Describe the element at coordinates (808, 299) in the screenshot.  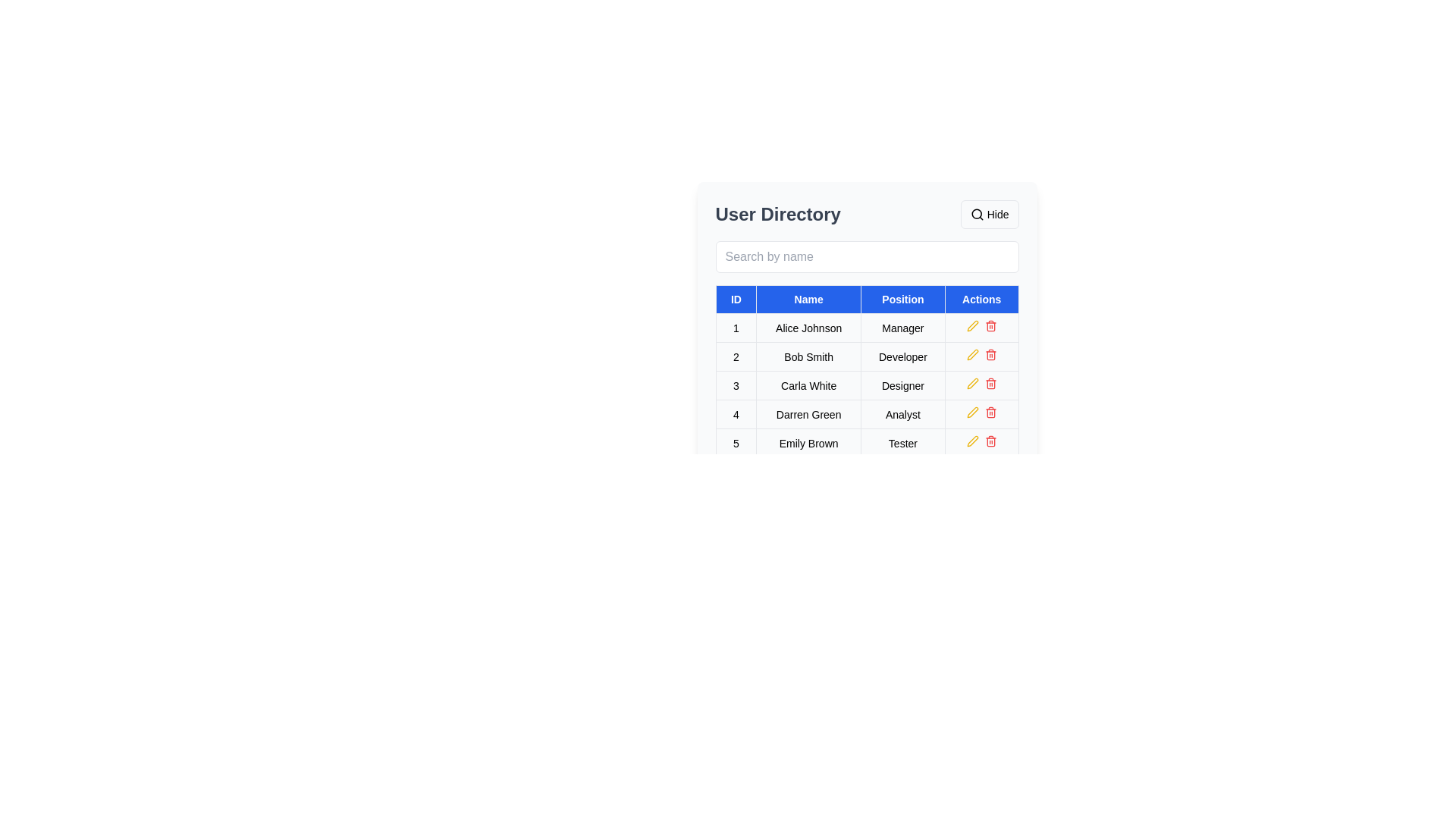
I see `text content of the 'Name' column header, which is a rectangular button or text label with a blue background and white text, located in the second position of a row of column headers in a table` at that location.